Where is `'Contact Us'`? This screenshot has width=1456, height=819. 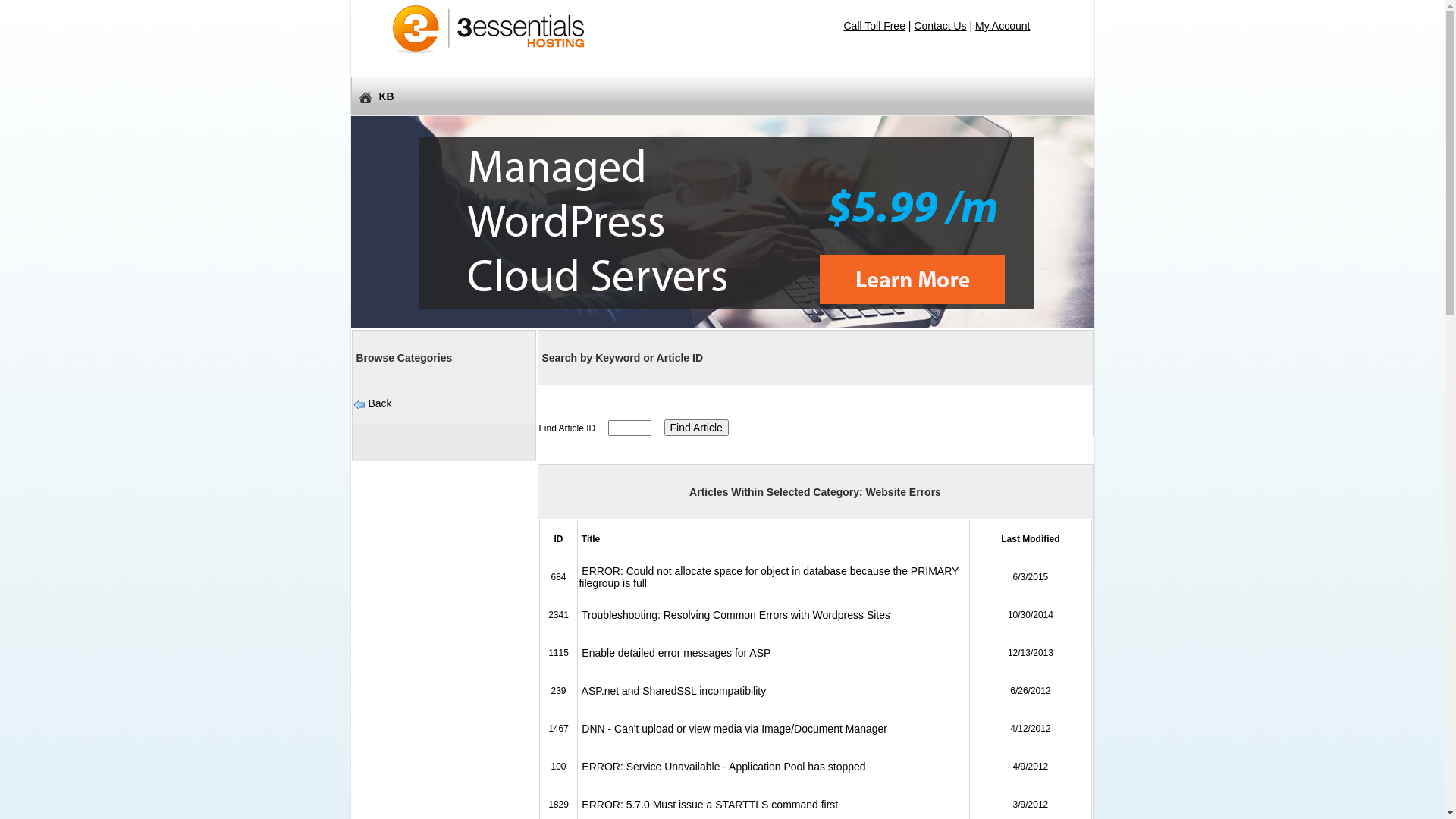
'Contact Us' is located at coordinates (939, 26).